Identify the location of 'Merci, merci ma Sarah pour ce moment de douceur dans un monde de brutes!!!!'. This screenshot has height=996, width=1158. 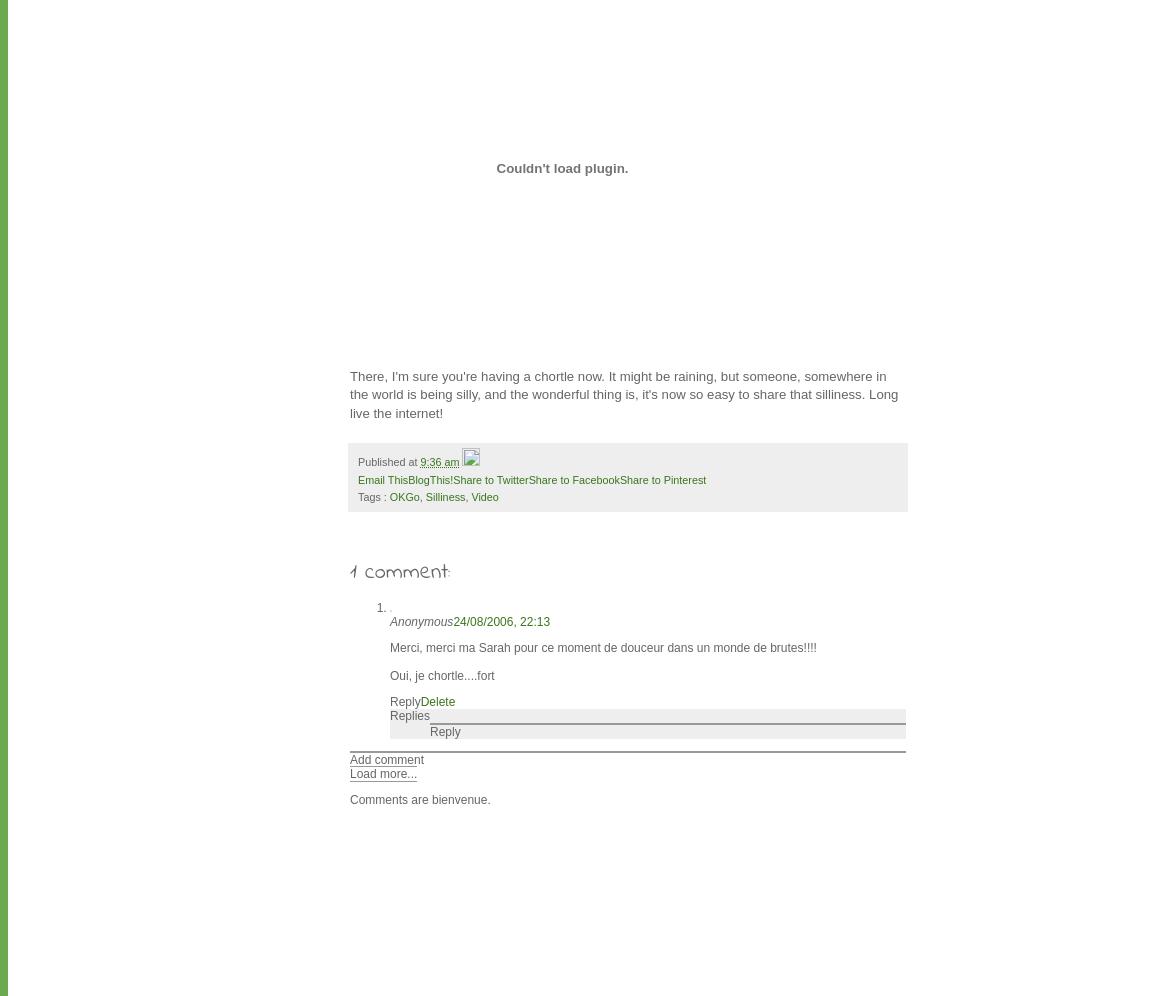
(601, 646).